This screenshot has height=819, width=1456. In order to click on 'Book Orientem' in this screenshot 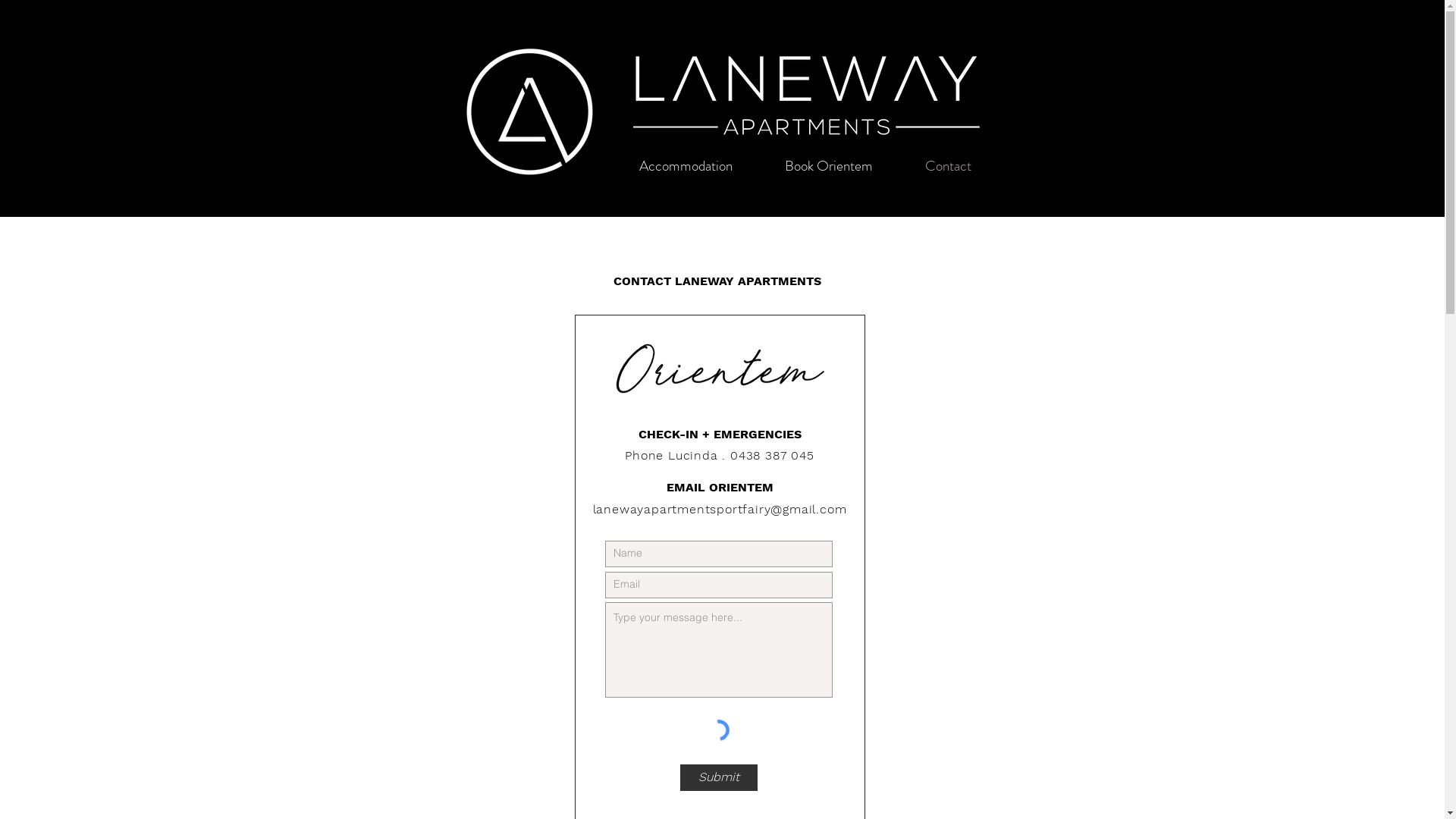, I will do `click(827, 166)`.